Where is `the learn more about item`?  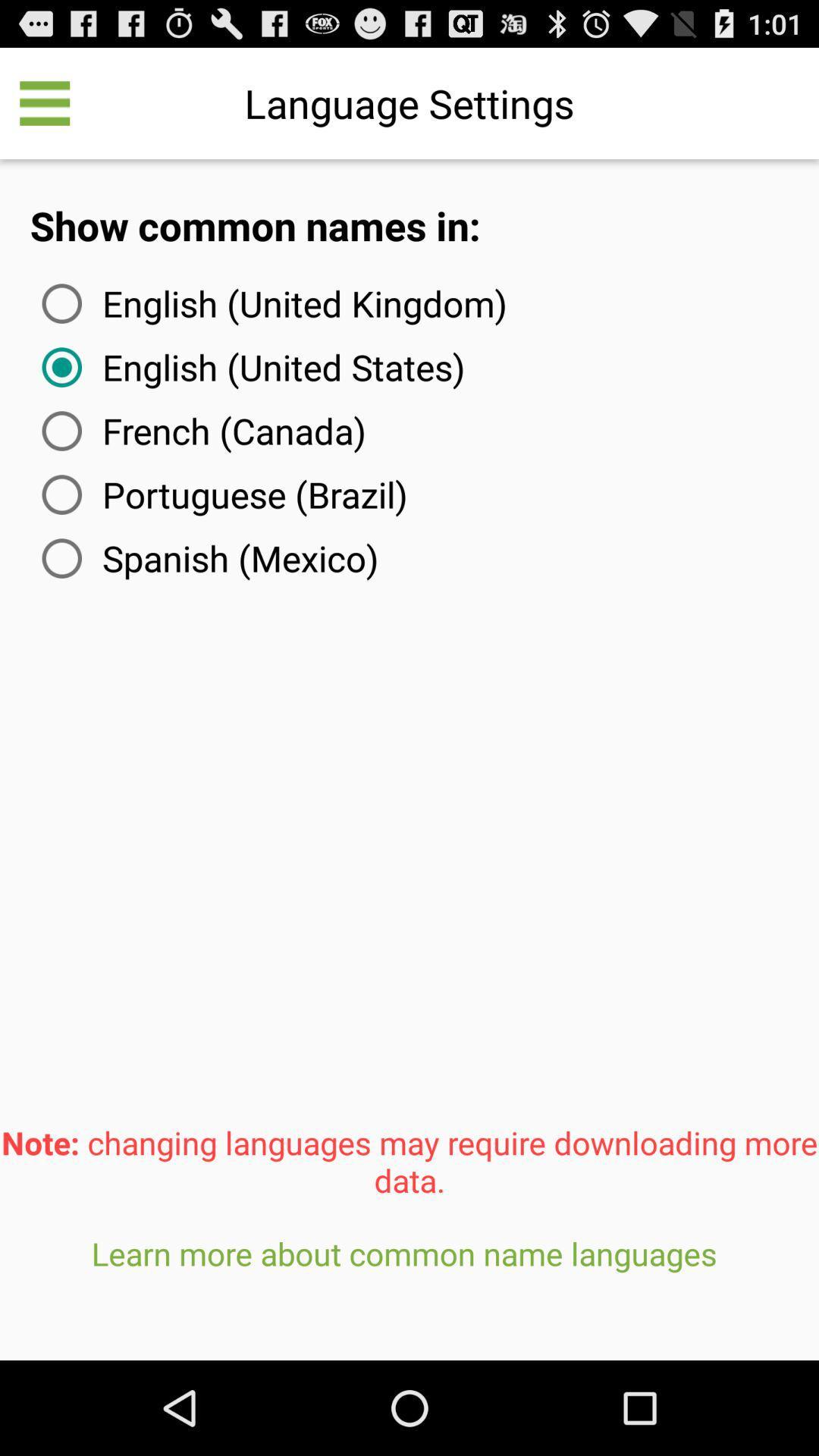
the learn more about item is located at coordinates (409, 1290).